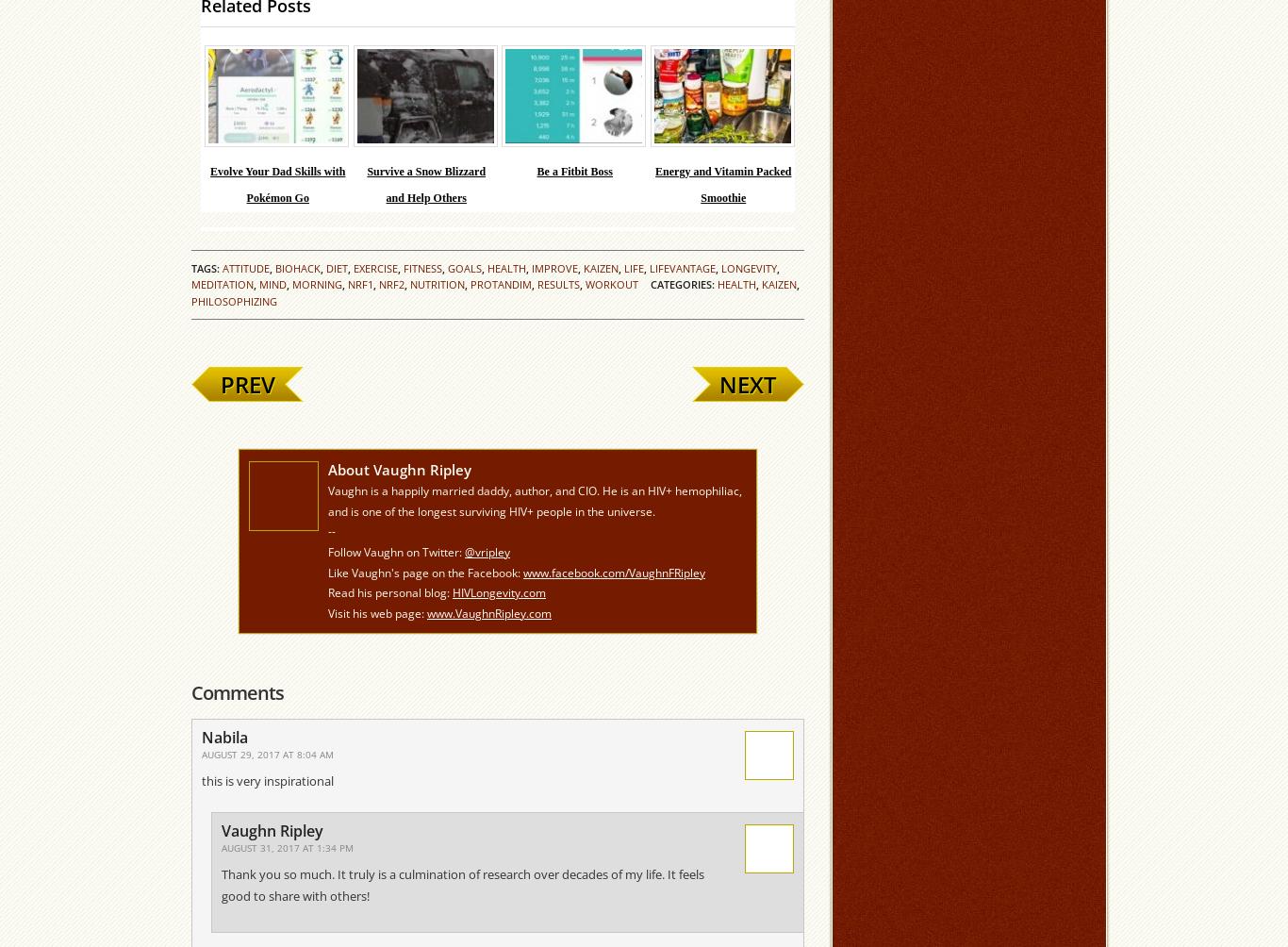  Describe the element at coordinates (297, 268) in the screenshot. I see `'biohack'` at that location.